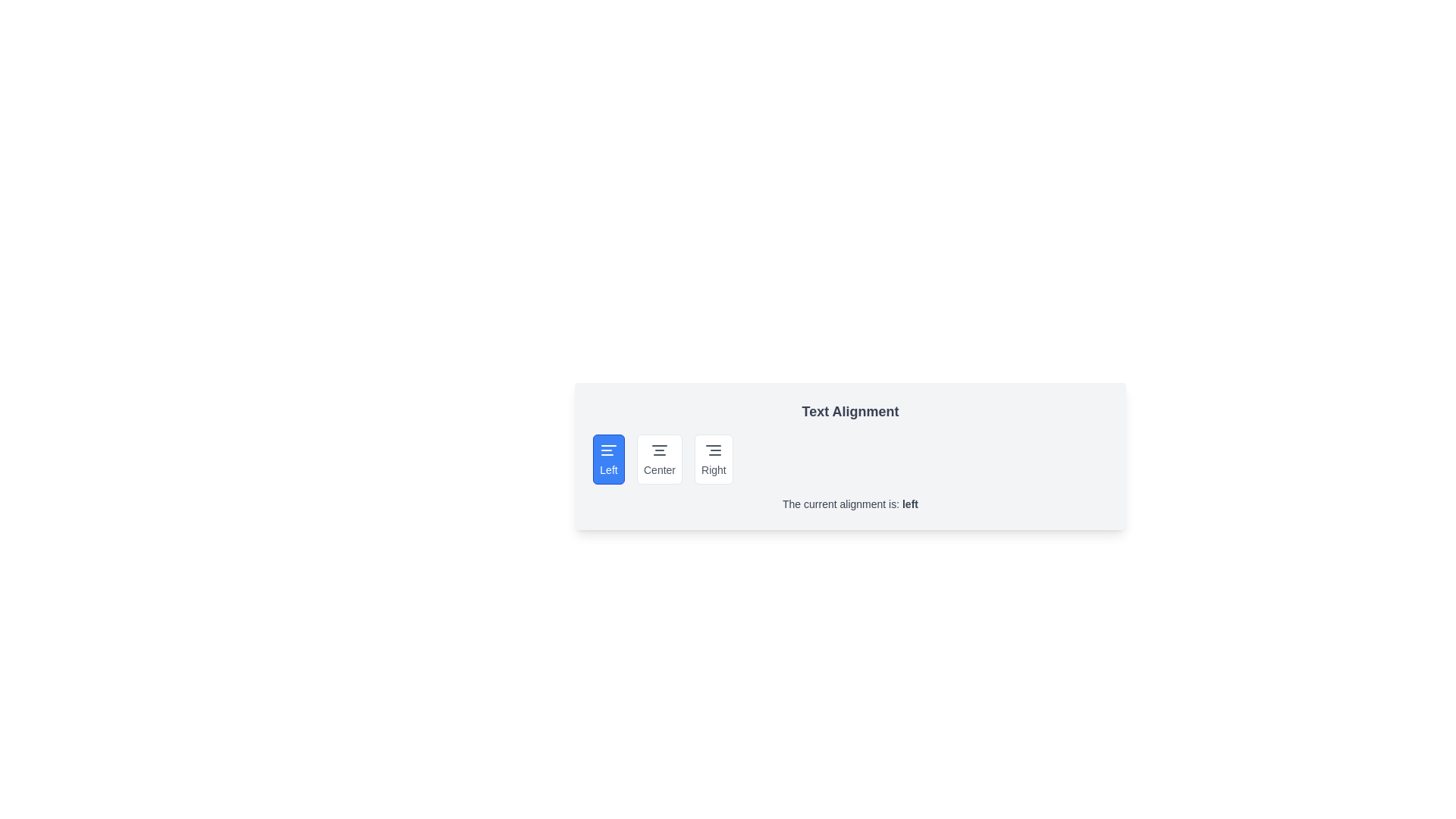 The image size is (1456, 819). I want to click on the alignment button labeled Center to observe visual feedback, so click(659, 458).